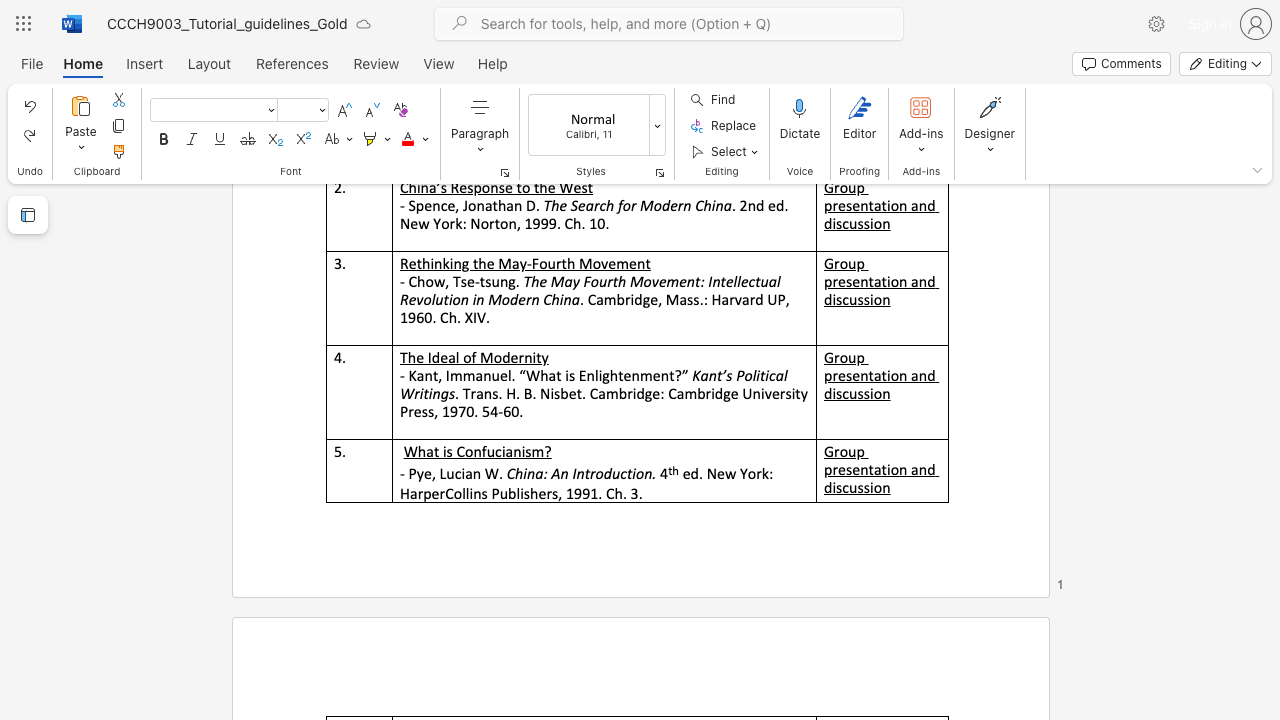 This screenshot has height=720, width=1280. Describe the element at coordinates (530, 493) in the screenshot. I see `the subset text "hers, 1991. Ch. 3" within the text "HarperCollins Publishers, 1991. Ch. 3."` at that location.